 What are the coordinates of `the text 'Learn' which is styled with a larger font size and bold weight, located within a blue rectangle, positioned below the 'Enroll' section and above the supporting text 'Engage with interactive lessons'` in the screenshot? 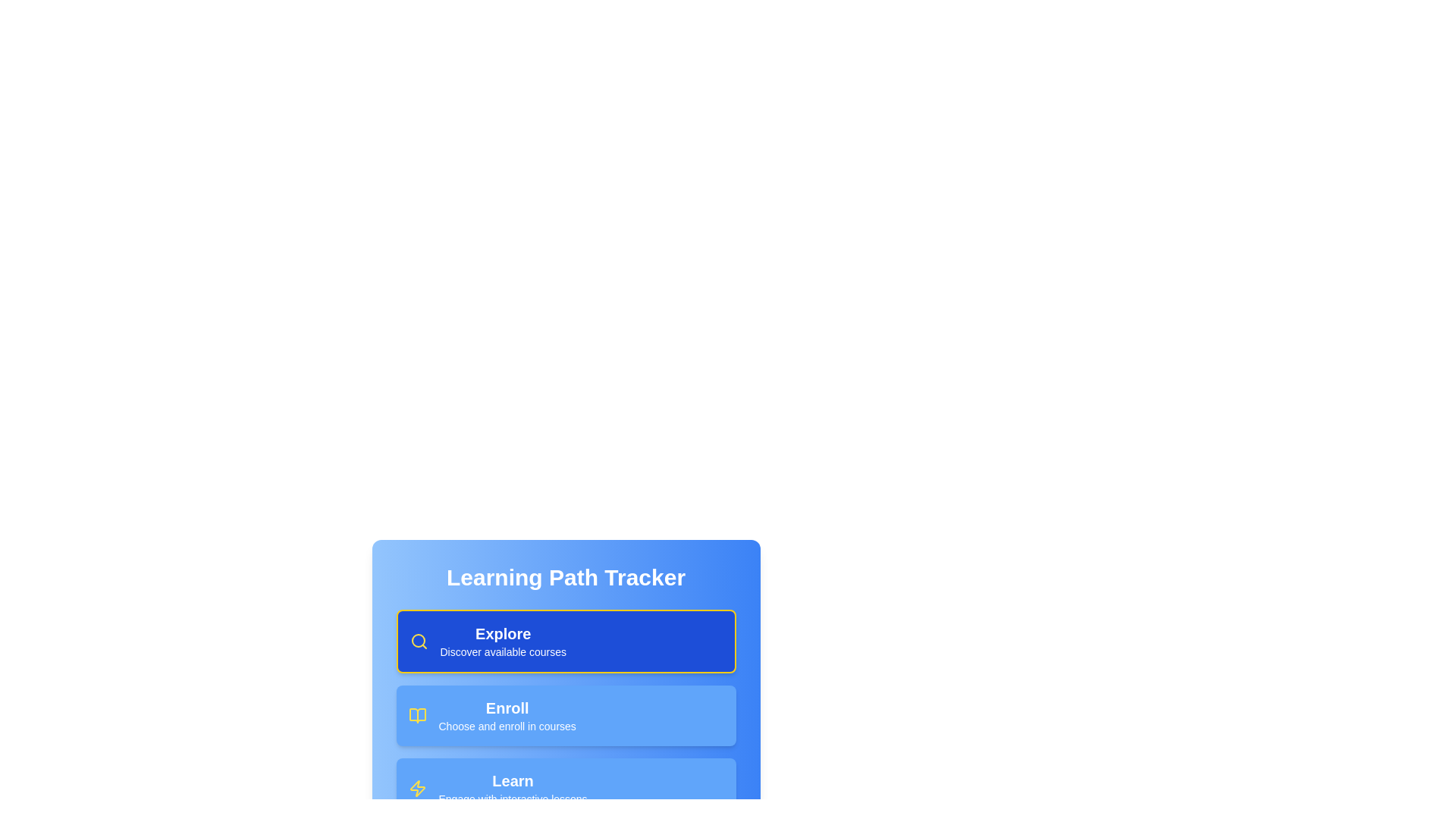 It's located at (513, 780).